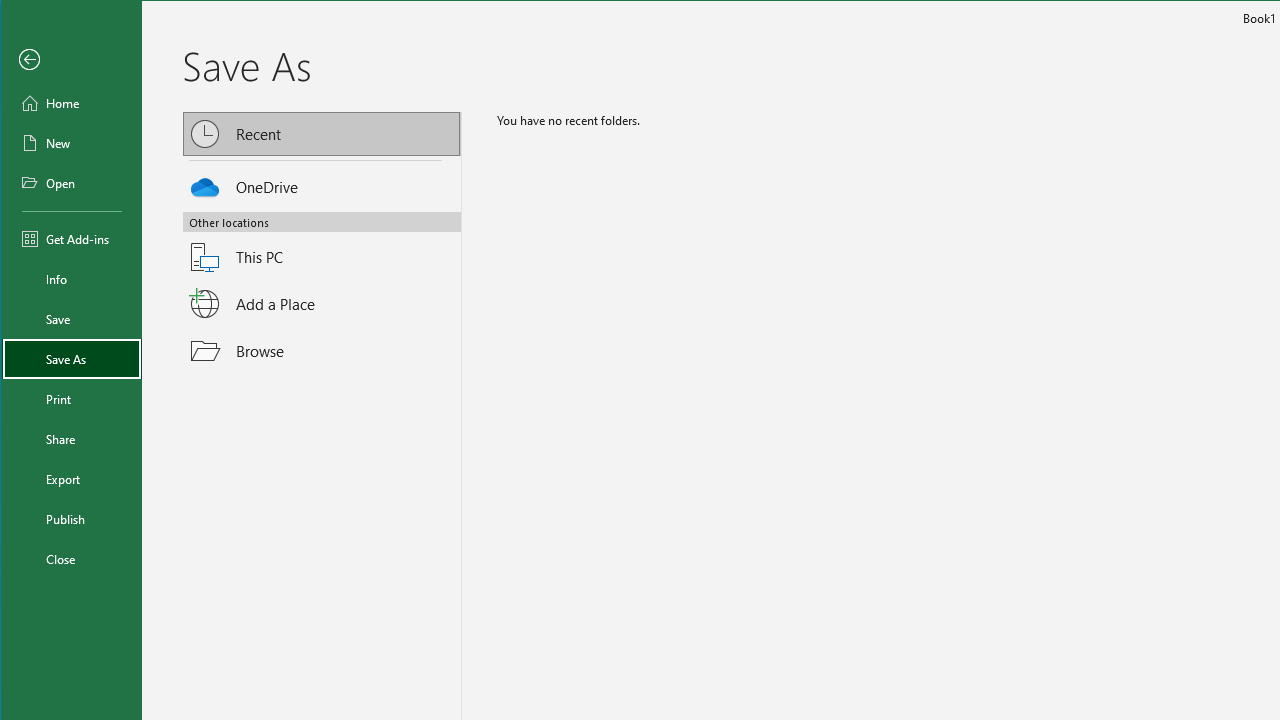 The image size is (1280, 720). I want to click on 'Export', so click(72, 479).